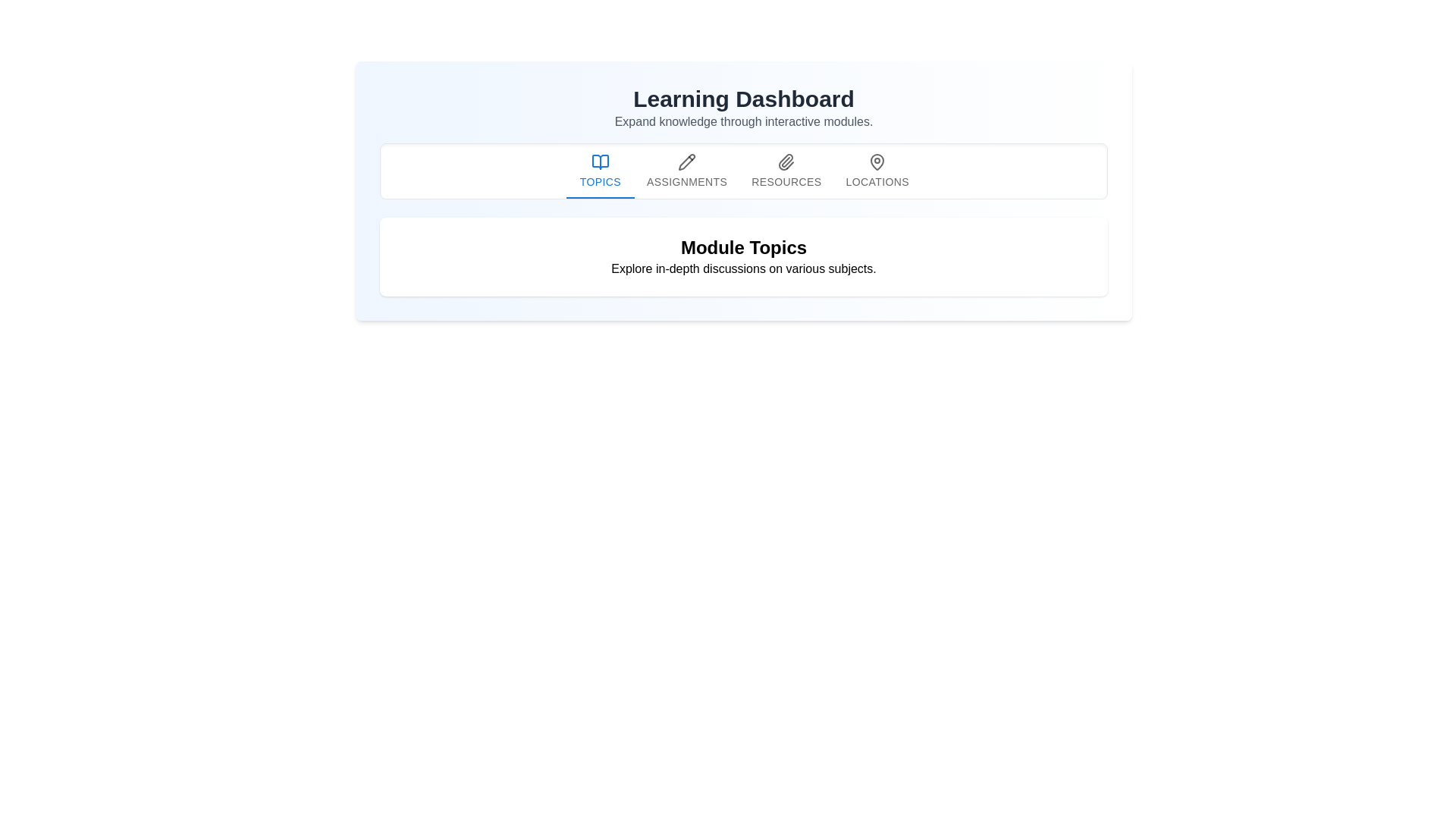 The image size is (1456, 819). I want to click on the 'Resources' tab button, which is the third tab in the horizontal tab bar with a paperclip icon and yellow text color, to trigger a visual effect, so click(786, 171).